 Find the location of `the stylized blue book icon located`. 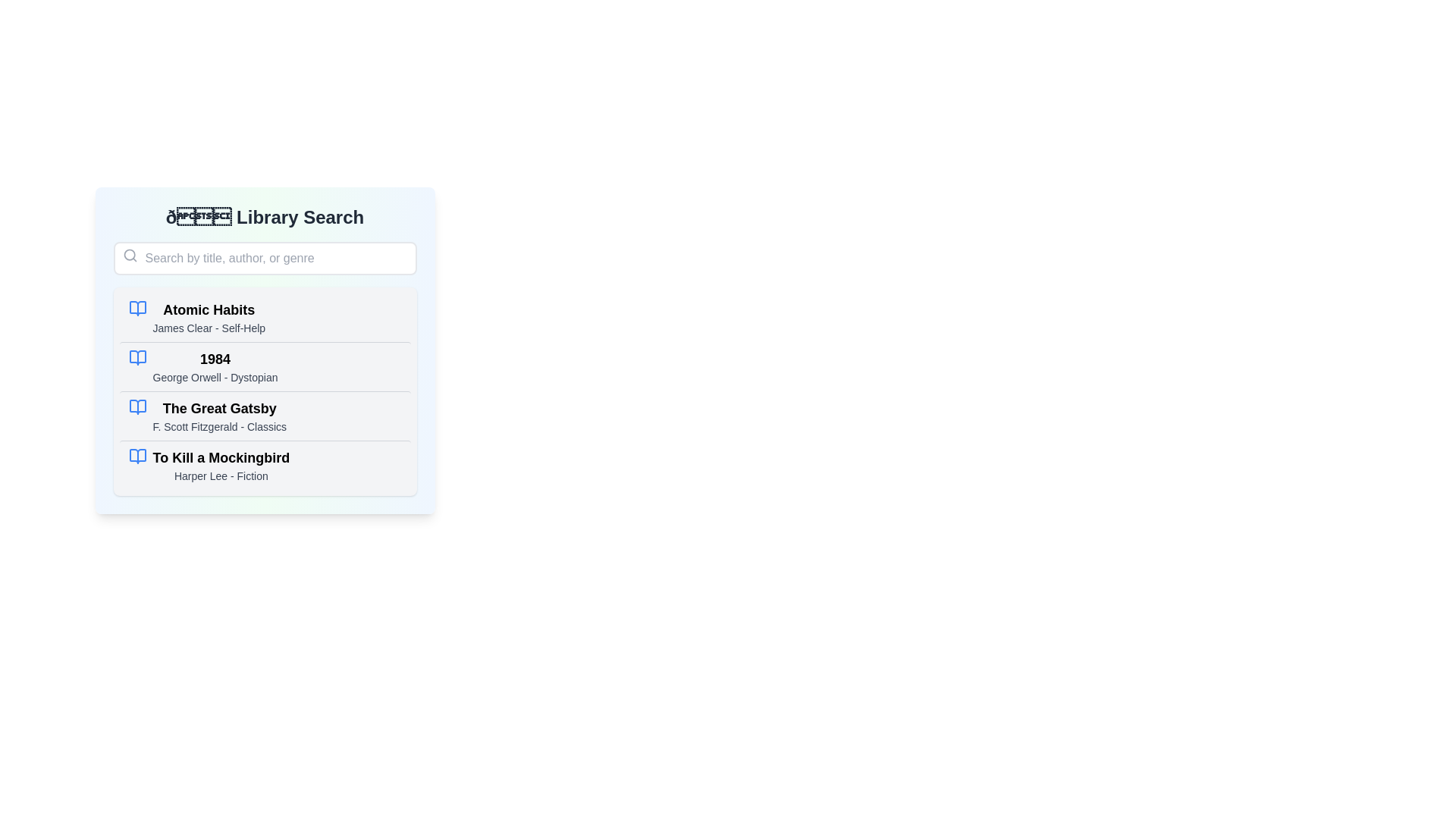

the stylized blue book icon located is located at coordinates (137, 357).